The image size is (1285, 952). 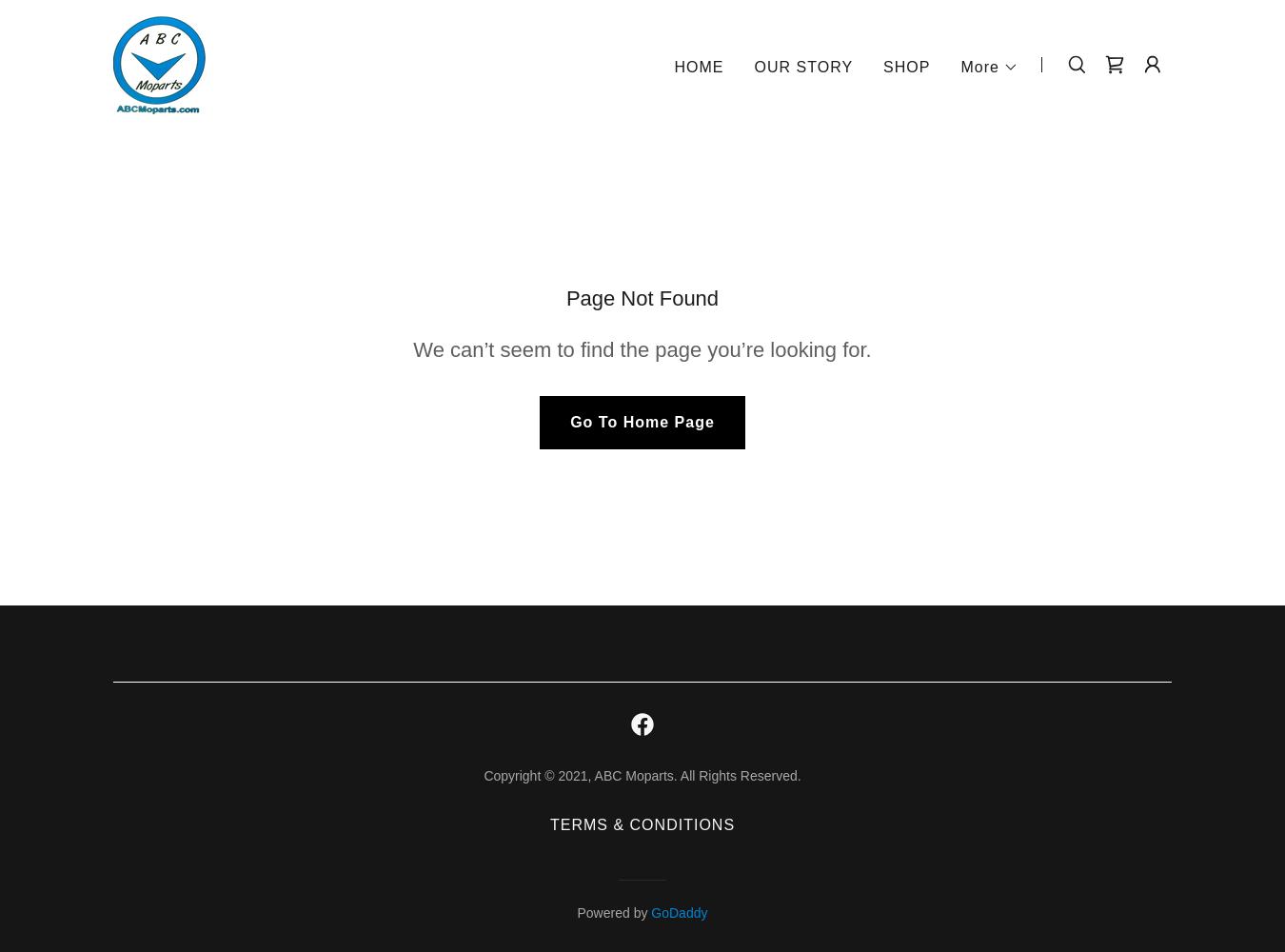 What do you see at coordinates (697, 65) in the screenshot?
I see `'HOME'` at bounding box center [697, 65].